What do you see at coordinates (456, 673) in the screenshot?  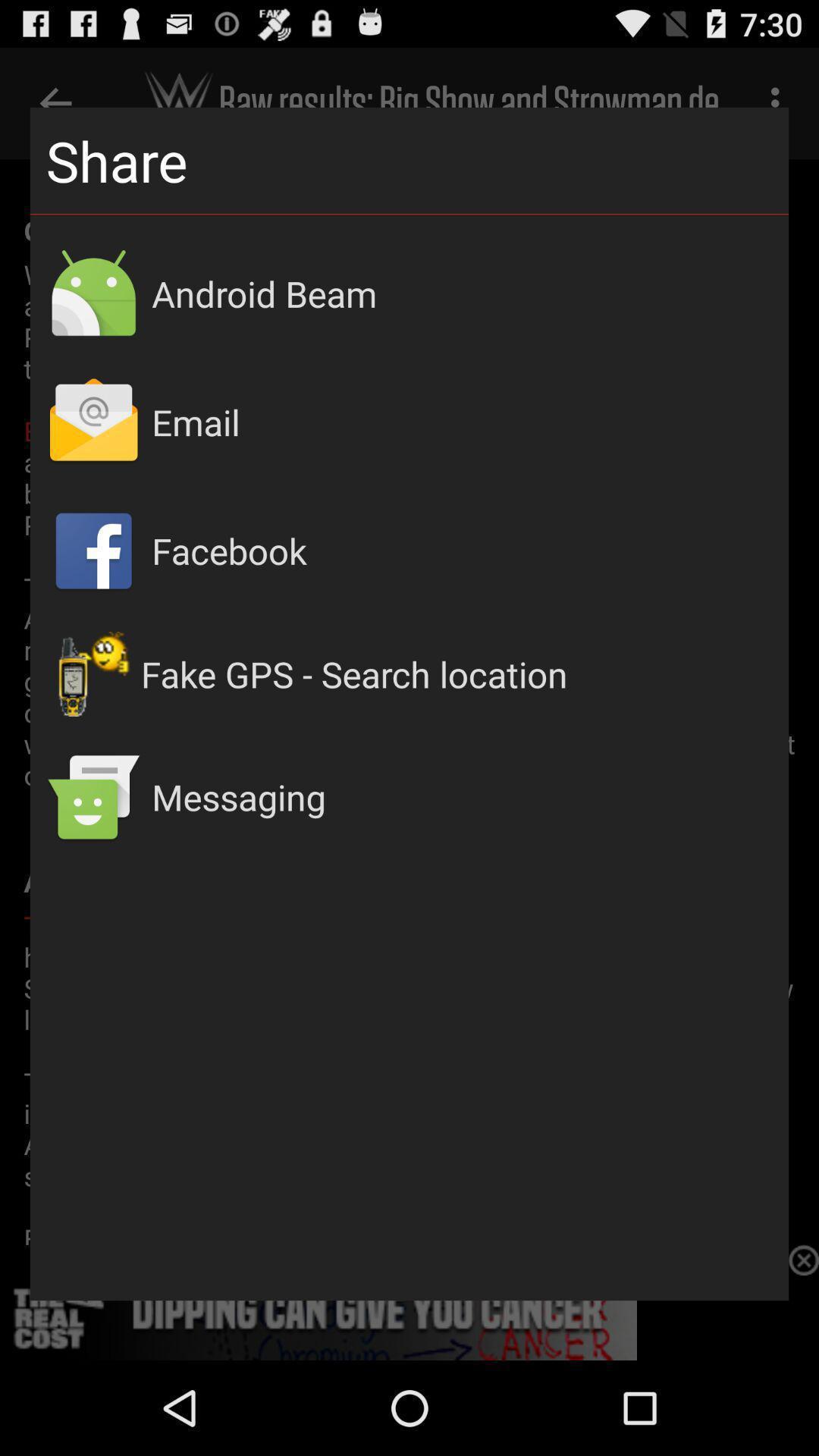 I see `the fake gps search app` at bounding box center [456, 673].